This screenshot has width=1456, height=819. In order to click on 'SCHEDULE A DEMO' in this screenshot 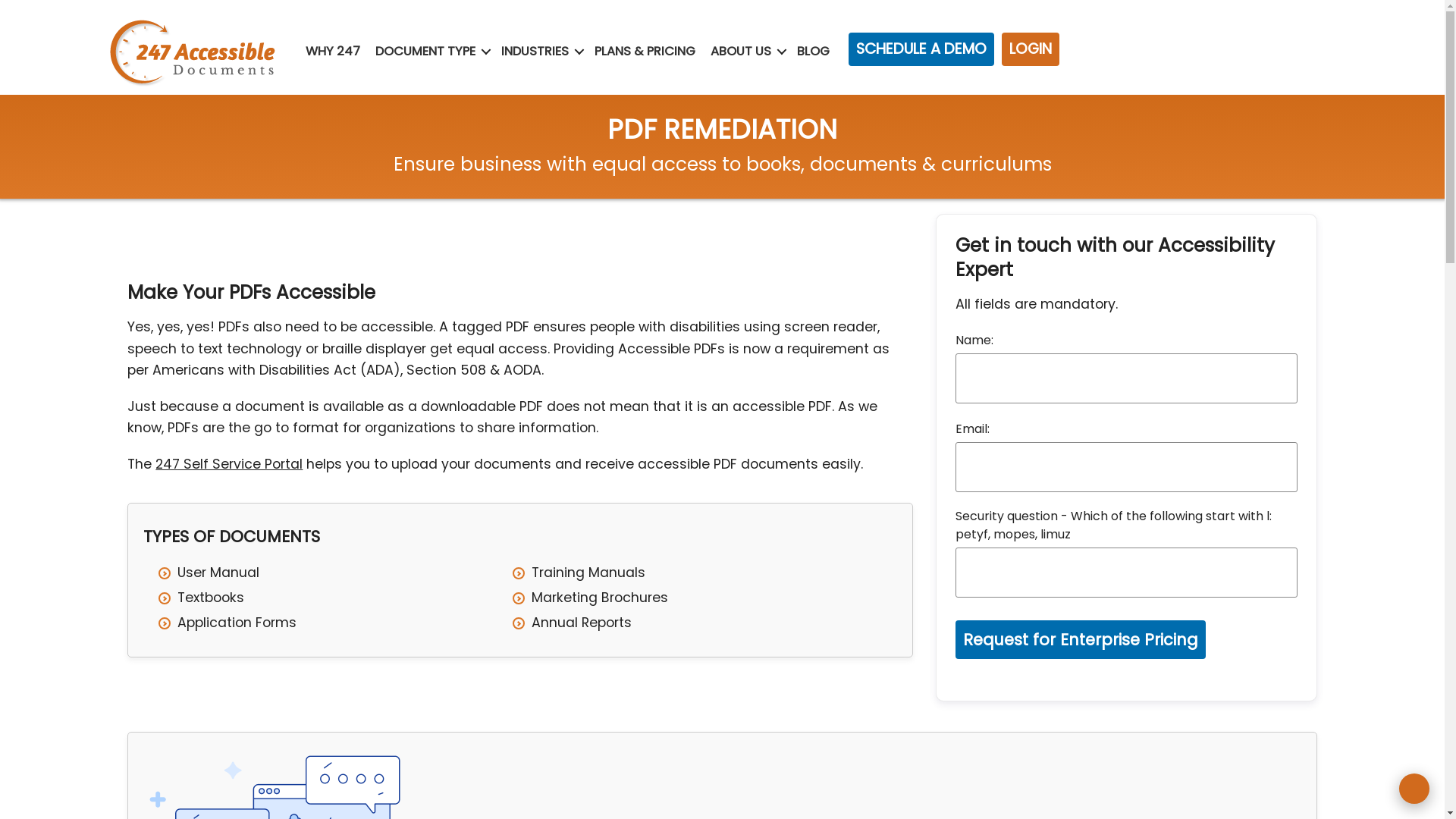, I will do `click(920, 49)`.